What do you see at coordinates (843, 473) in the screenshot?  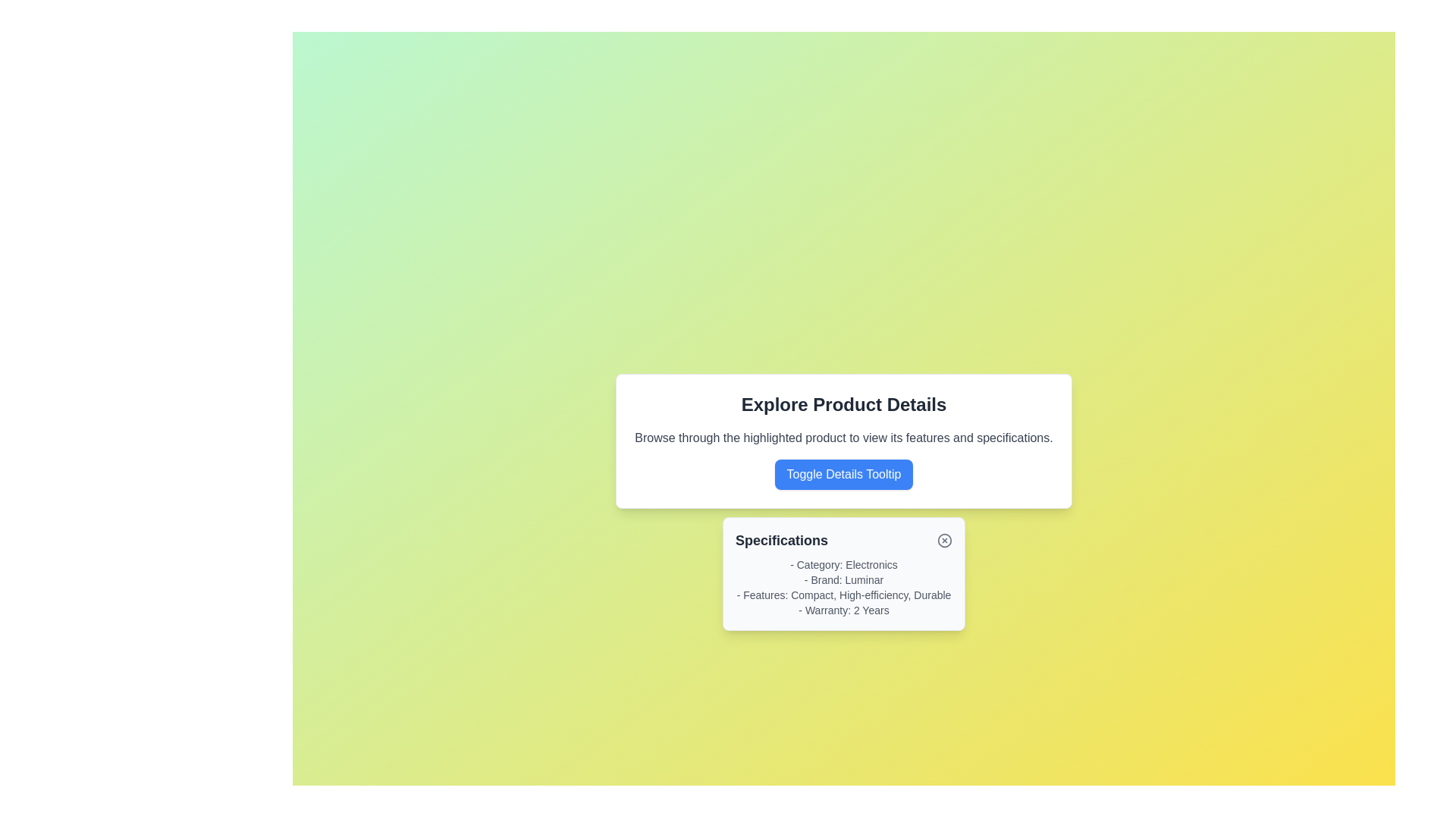 I see `the button that toggles the visibility of the tooltip providing product specifications, which is located below the text 'Browse through the highlighted product` at bounding box center [843, 473].